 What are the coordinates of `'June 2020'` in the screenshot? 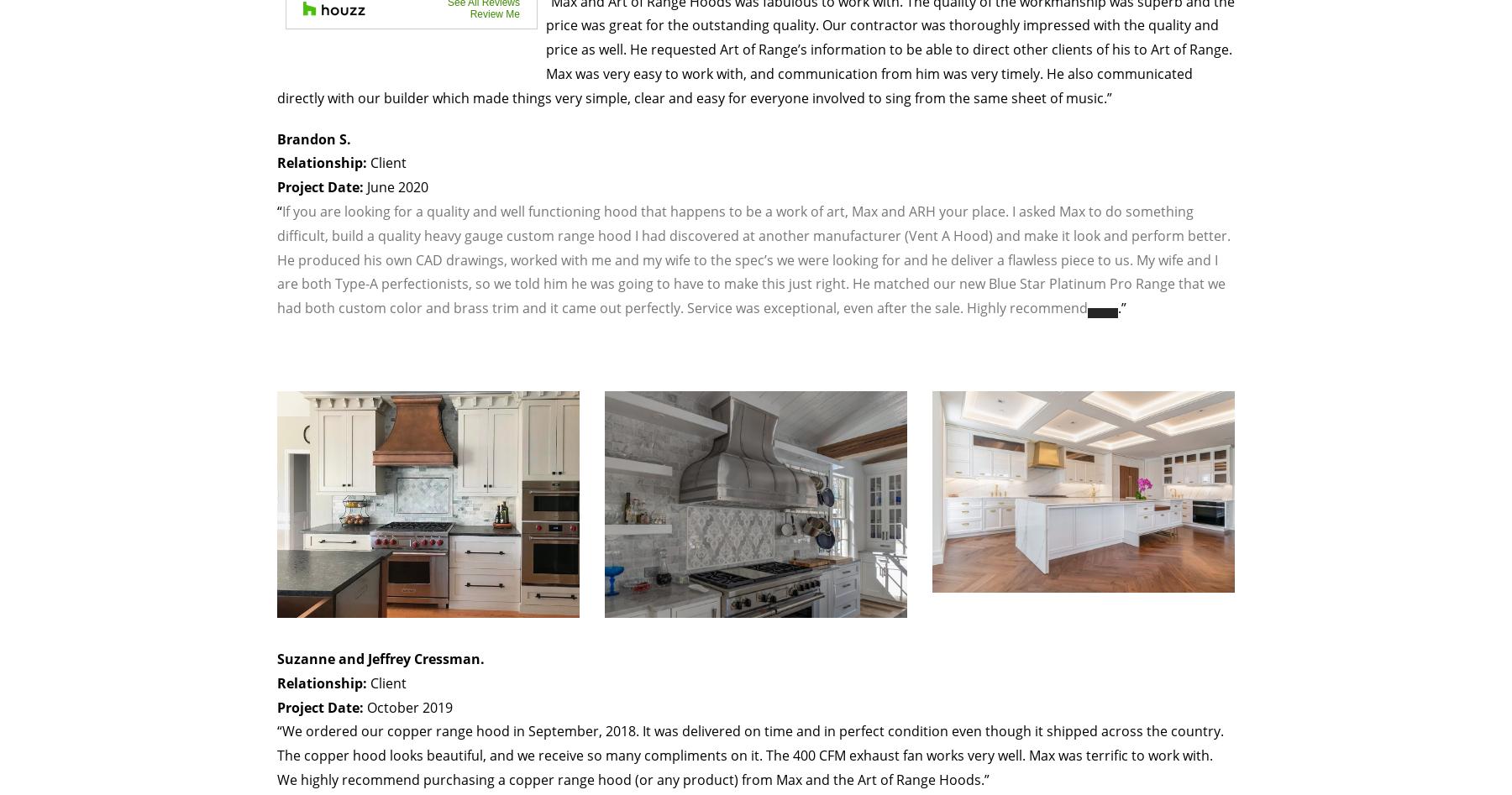 It's located at (395, 187).